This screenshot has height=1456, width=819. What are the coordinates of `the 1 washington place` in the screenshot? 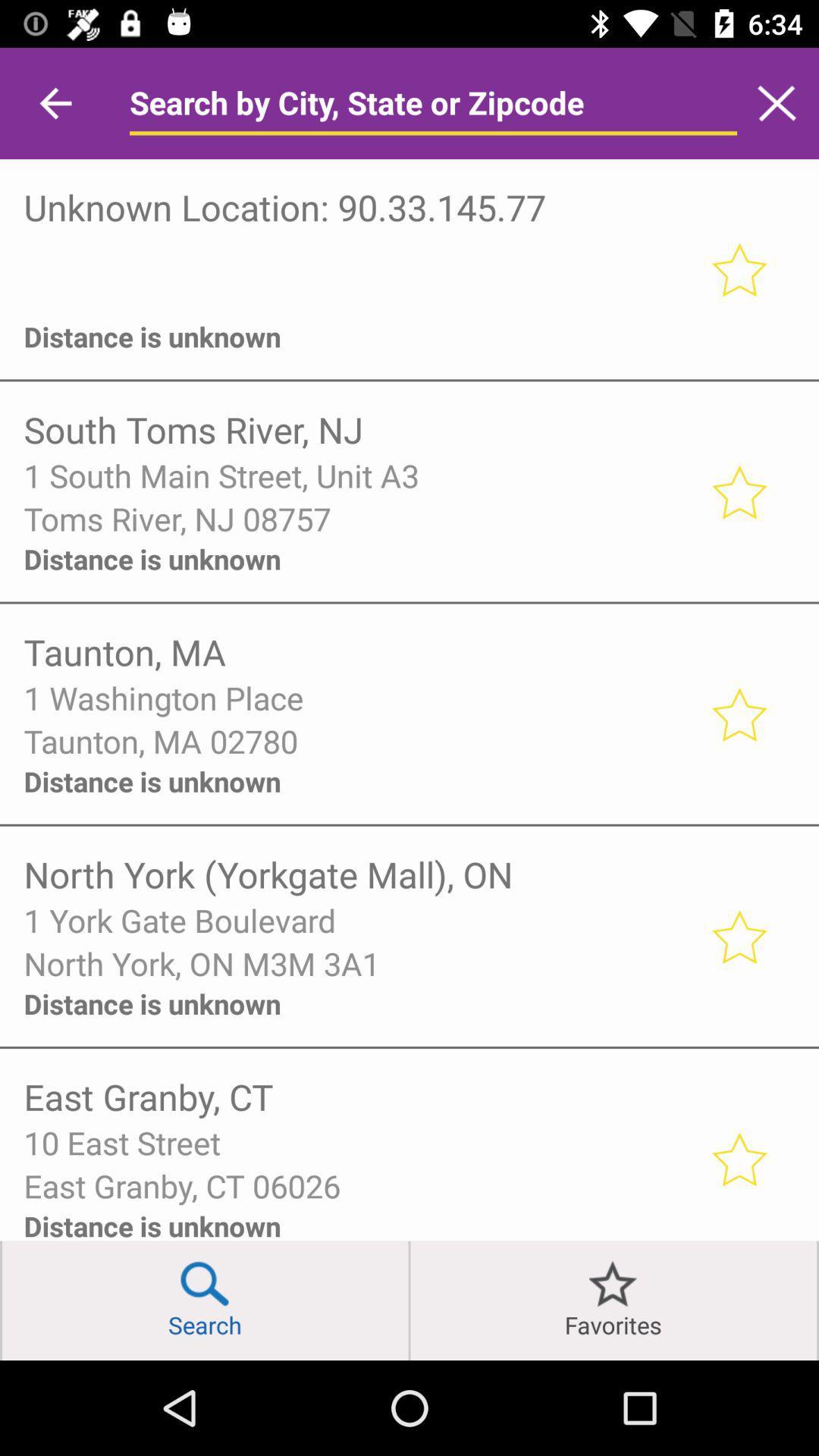 It's located at (356, 697).